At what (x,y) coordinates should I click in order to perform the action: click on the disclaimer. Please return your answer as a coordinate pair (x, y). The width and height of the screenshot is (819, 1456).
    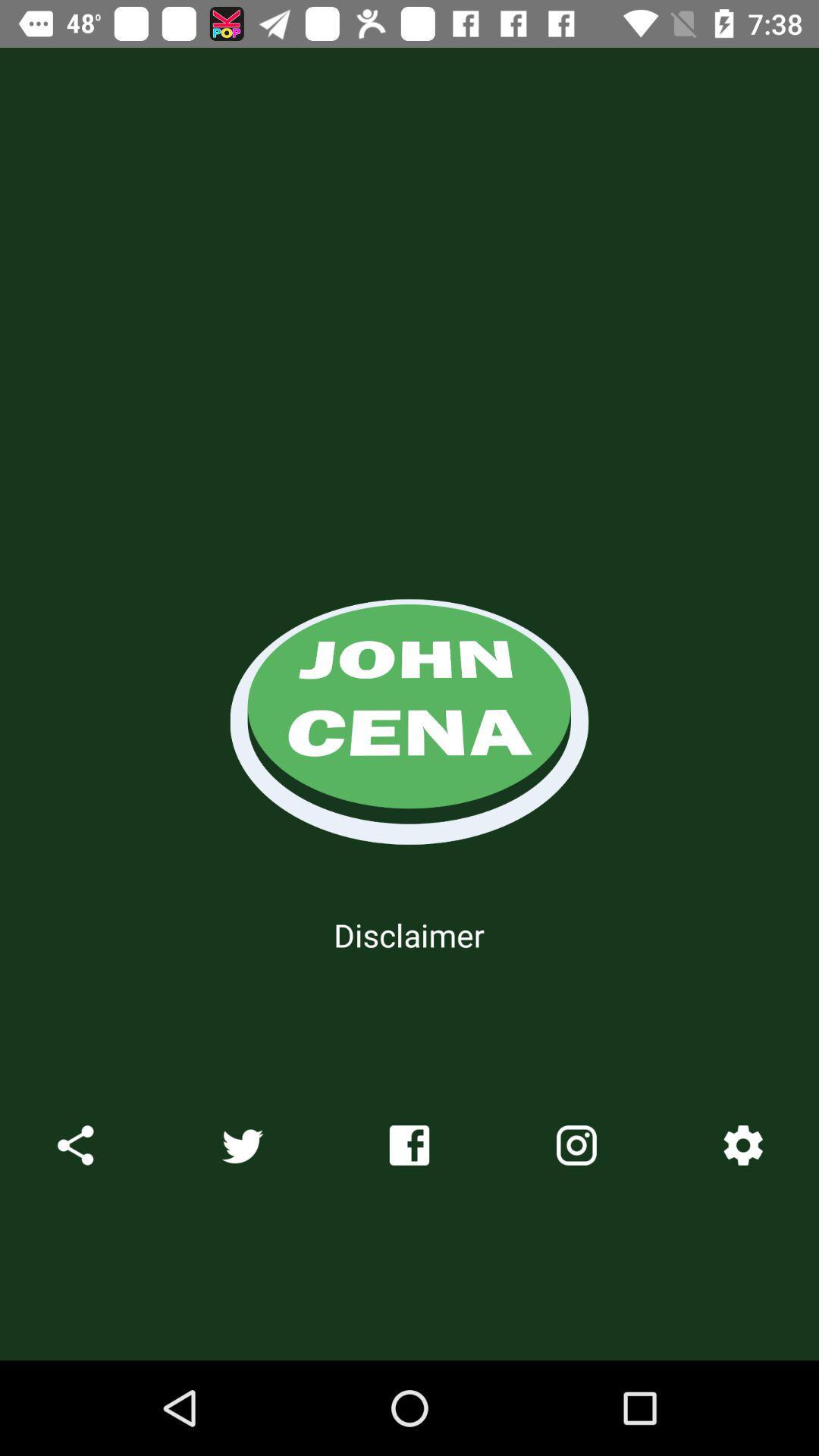
    Looking at the image, I should click on (408, 934).